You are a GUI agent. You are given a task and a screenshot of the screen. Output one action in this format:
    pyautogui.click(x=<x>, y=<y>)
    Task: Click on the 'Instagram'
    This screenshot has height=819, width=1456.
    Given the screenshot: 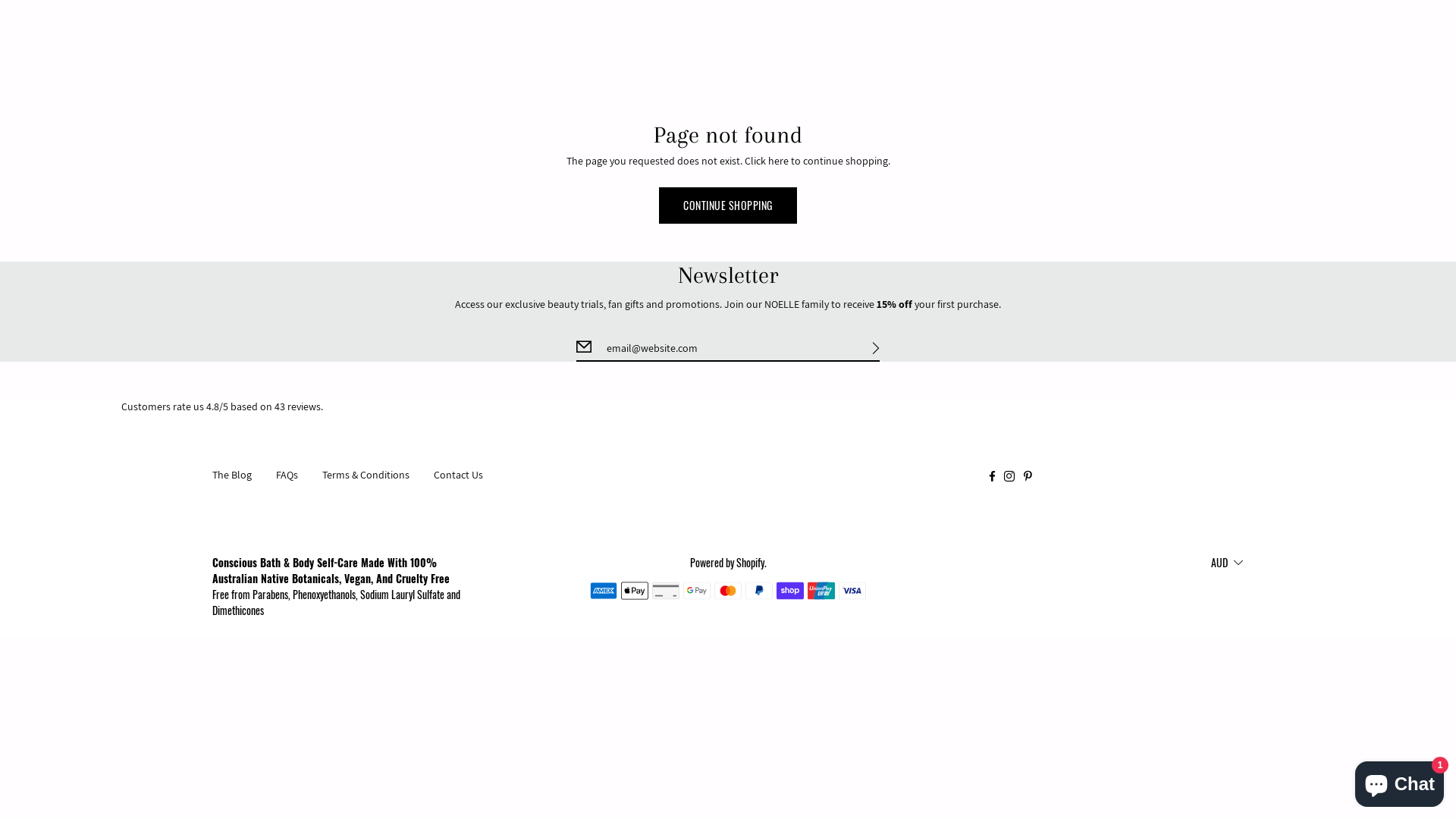 What is the action you would take?
    pyautogui.click(x=1009, y=473)
    